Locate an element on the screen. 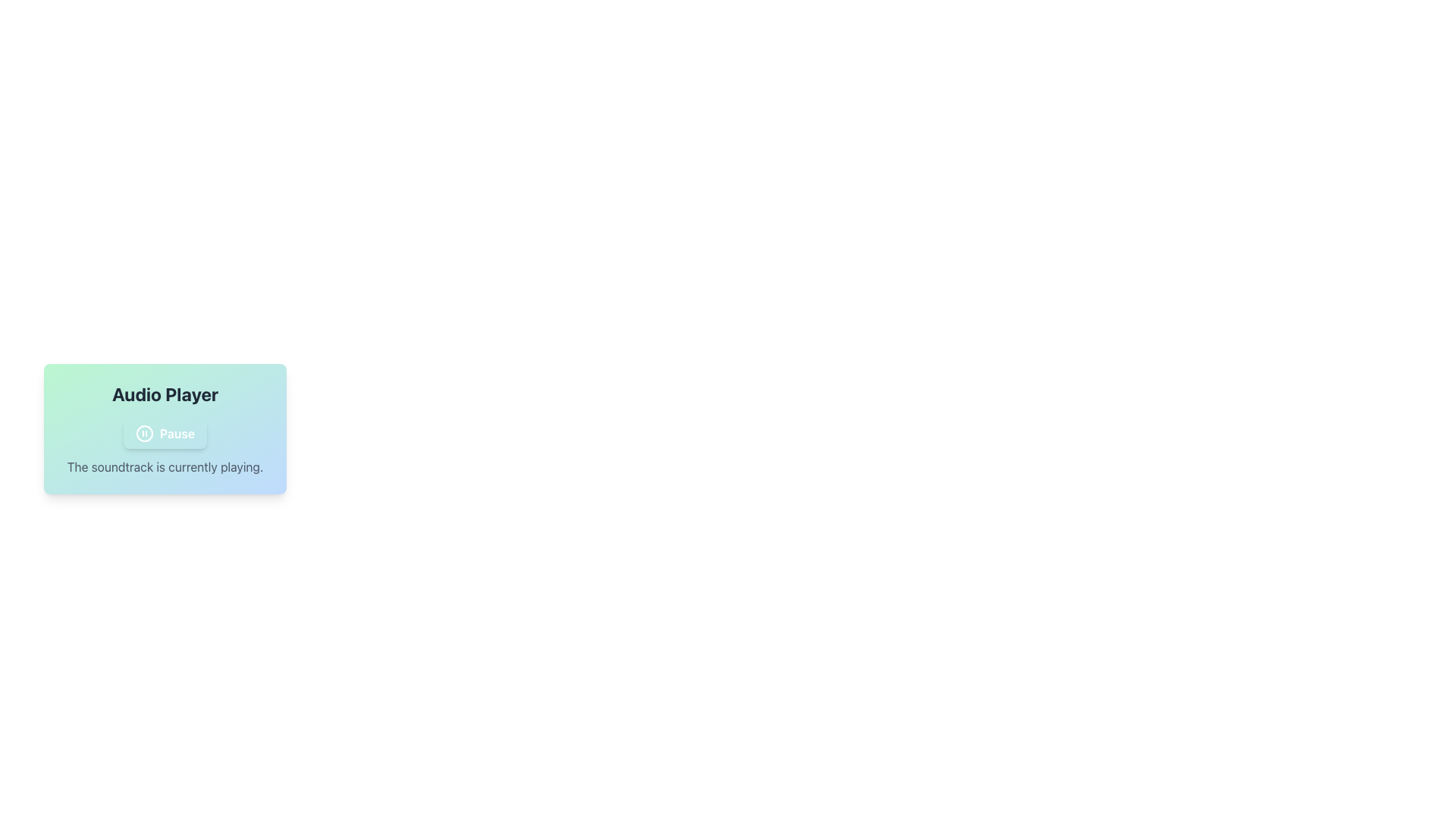 Image resolution: width=1456 pixels, height=819 pixels. the status indicator text label for the audio player located beneath the 'Pause' button and the heading 'Audio Player' is located at coordinates (165, 466).